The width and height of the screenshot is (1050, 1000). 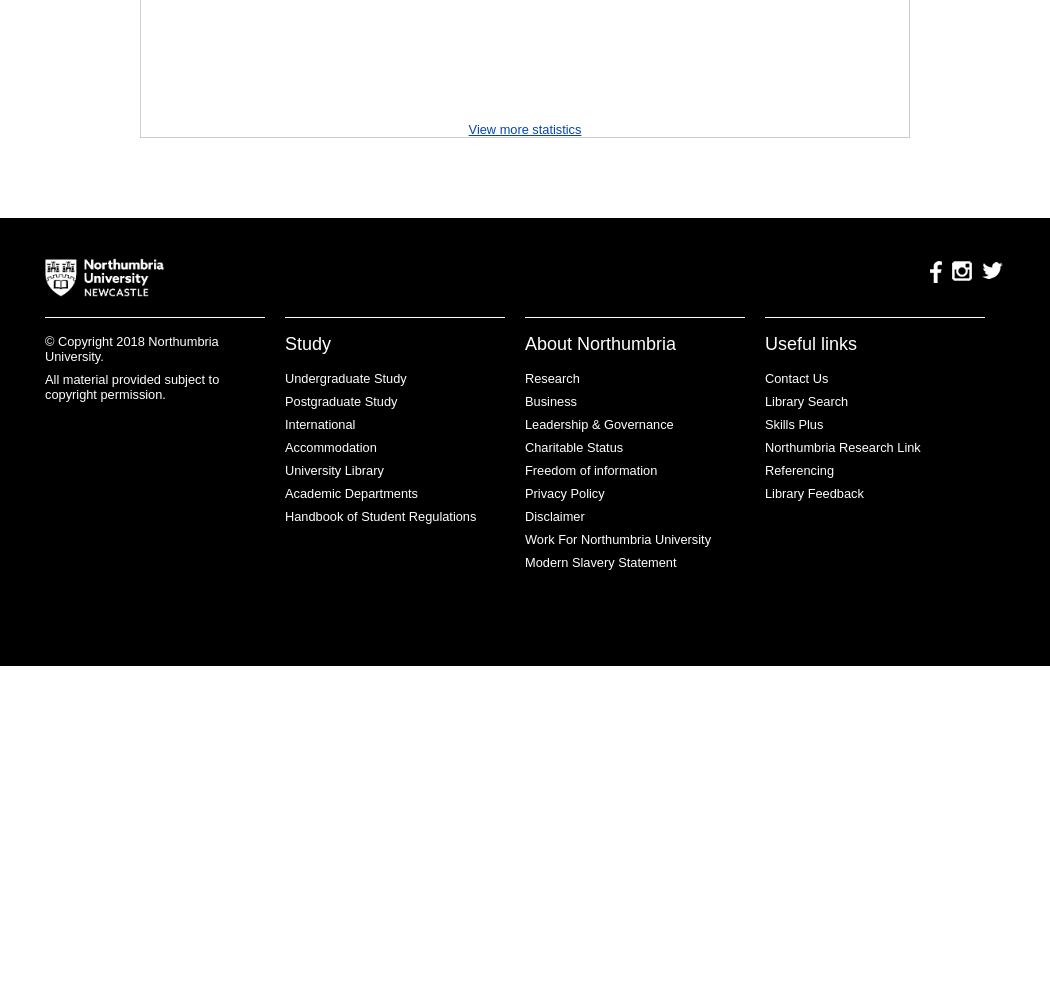 I want to click on 'Leadership & Governance', so click(x=598, y=424).